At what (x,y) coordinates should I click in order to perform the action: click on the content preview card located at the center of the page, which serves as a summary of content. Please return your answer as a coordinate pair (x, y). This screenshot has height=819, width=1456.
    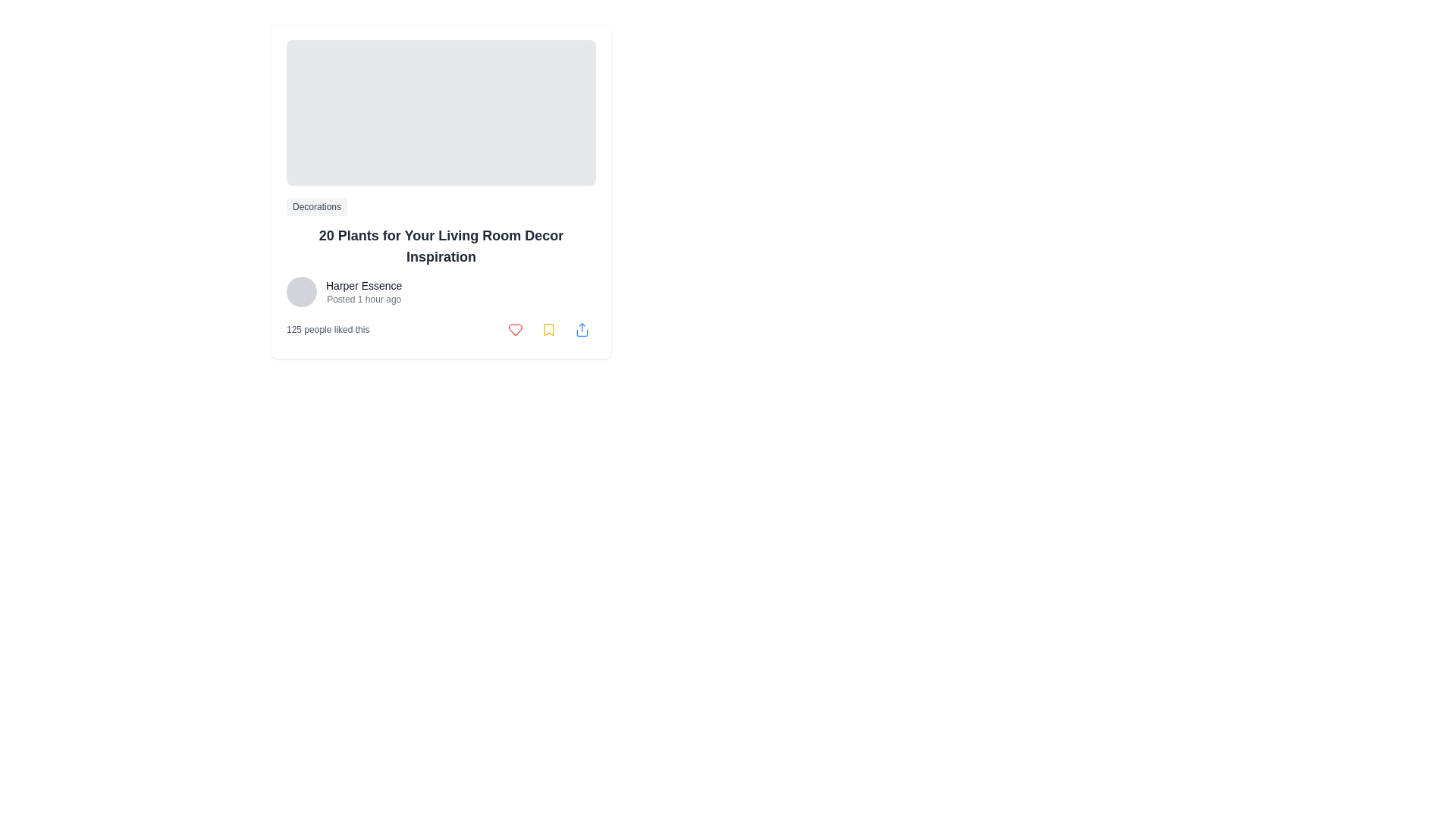
    Looking at the image, I should click on (440, 191).